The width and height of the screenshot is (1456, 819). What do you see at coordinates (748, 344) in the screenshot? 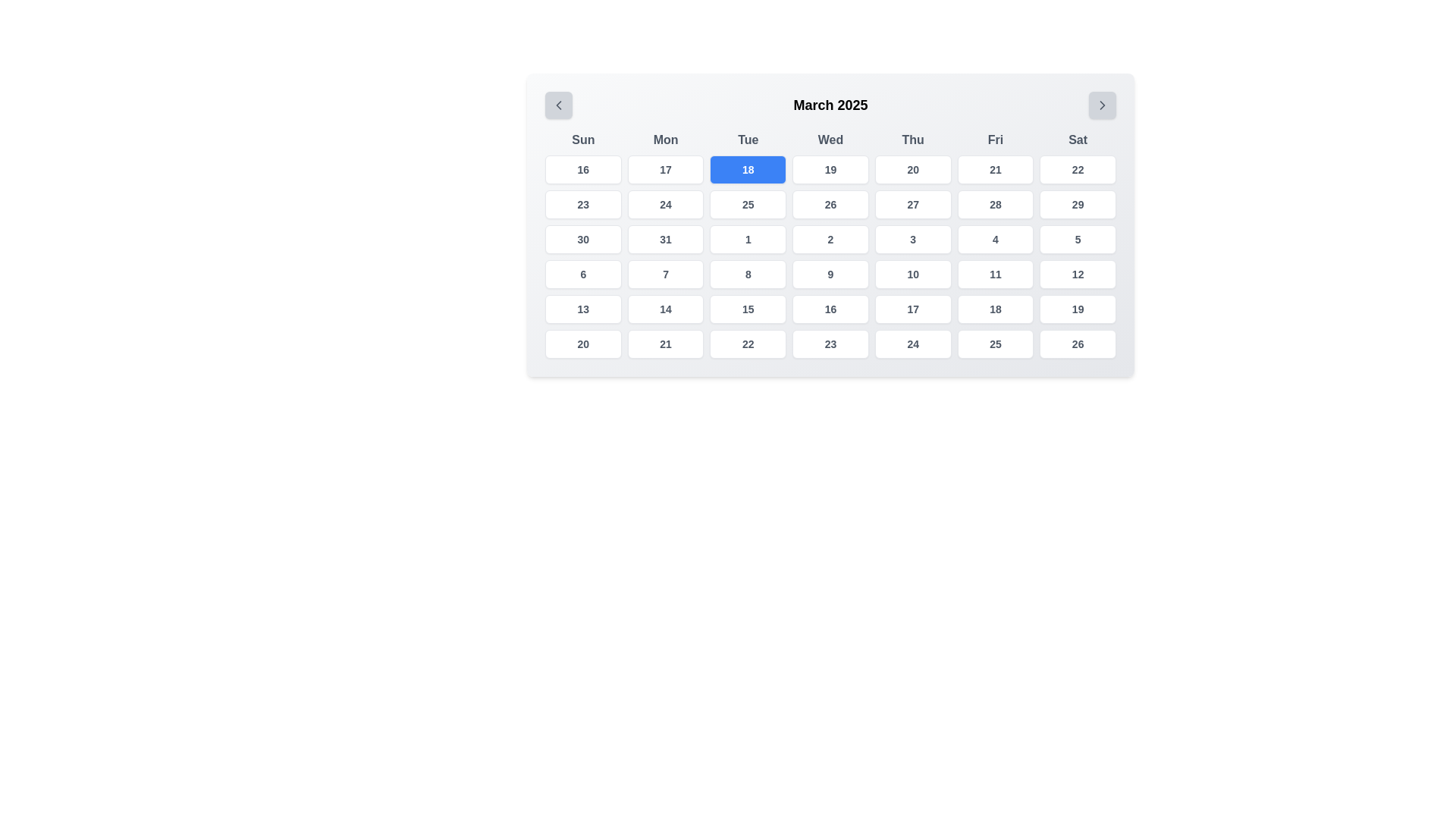
I see `the calendar day button representing the 22nd of the month located in the sixth row and third column under the 'Tue' column header` at bounding box center [748, 344].